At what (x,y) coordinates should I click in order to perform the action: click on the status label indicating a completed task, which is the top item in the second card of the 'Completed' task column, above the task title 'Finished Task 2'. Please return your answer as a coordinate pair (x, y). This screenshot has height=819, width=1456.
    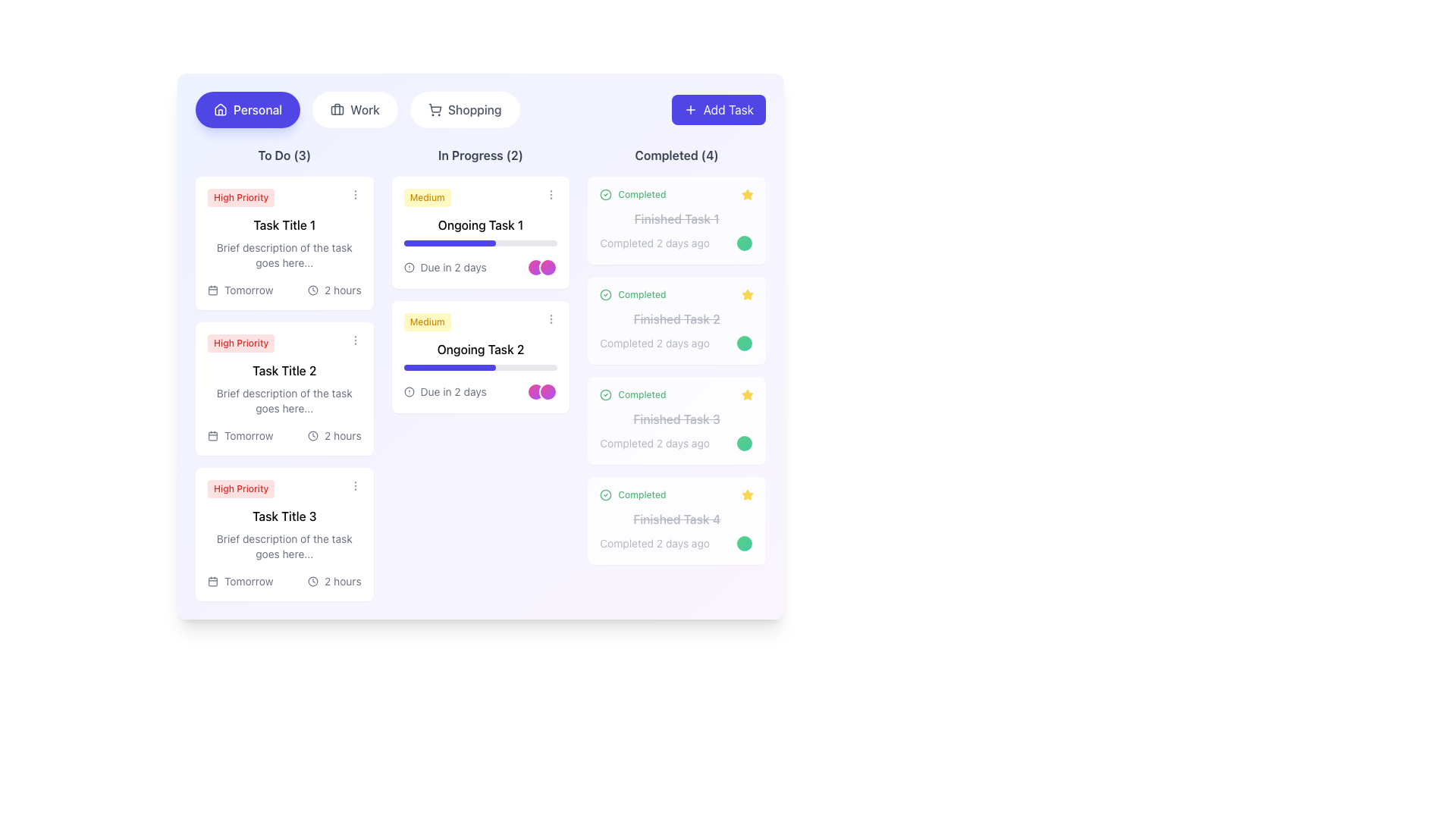
    Looking at the image, I should click on (633, 295).